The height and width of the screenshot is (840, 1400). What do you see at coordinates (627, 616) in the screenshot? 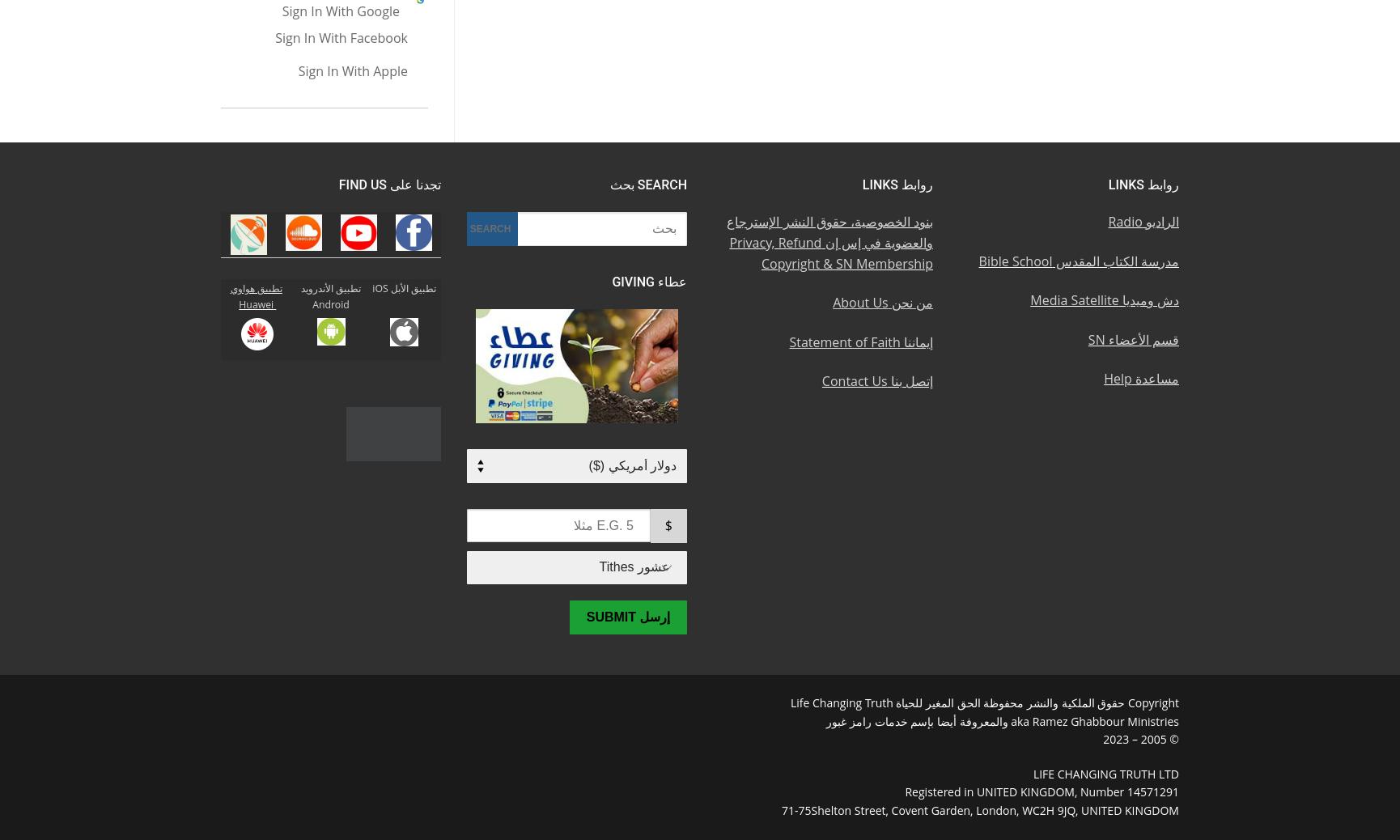
I see `'إرسل Submit'` at bounding box center [627, 616].